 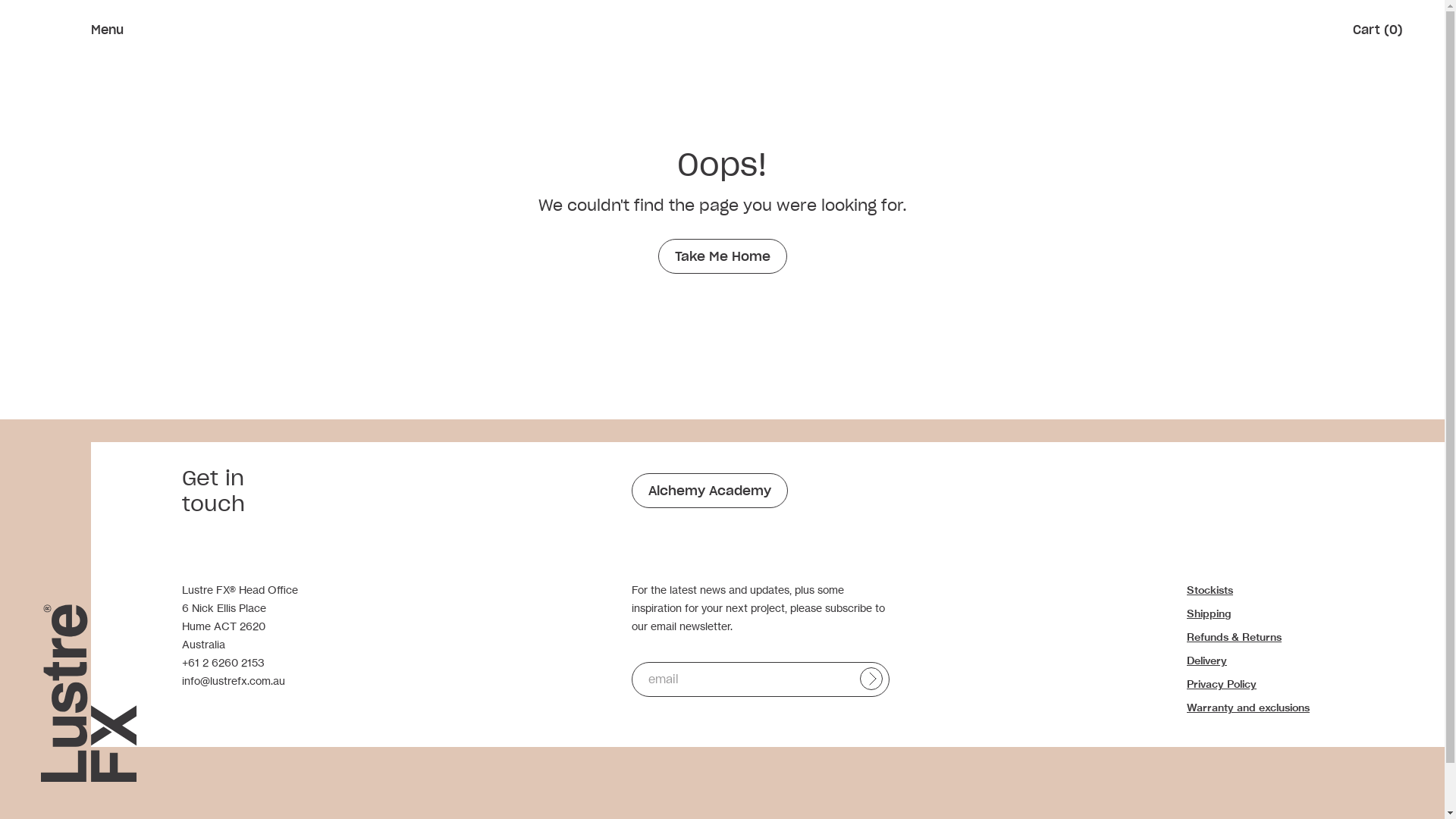 What do you see at coordinates (658, 256) in the screenshot?
I see `'Take Me Home'` at bounding box center [658, 256].